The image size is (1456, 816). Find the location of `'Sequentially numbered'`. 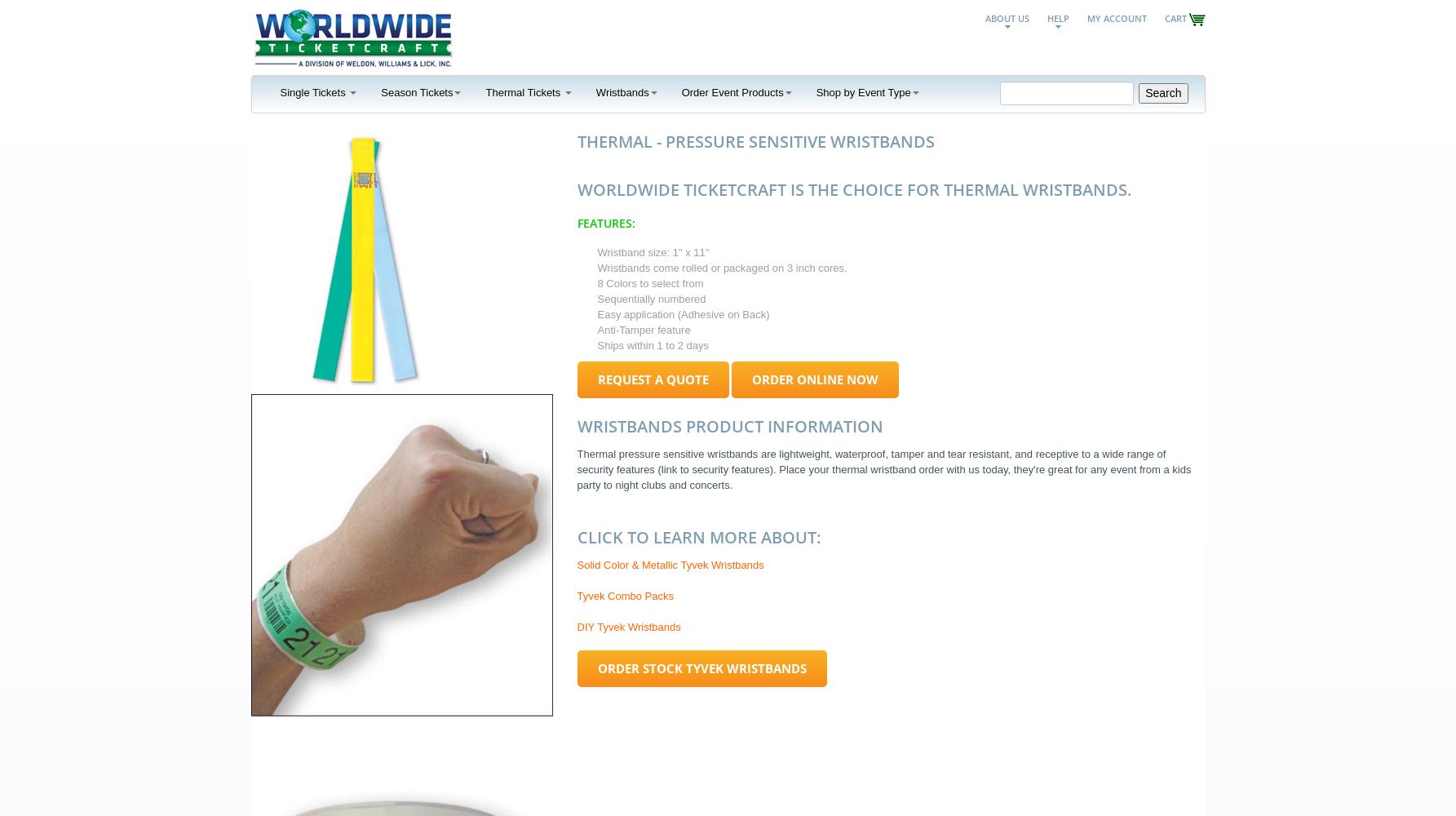

'Sequentially numbered' is located at coordinates (596, 298).